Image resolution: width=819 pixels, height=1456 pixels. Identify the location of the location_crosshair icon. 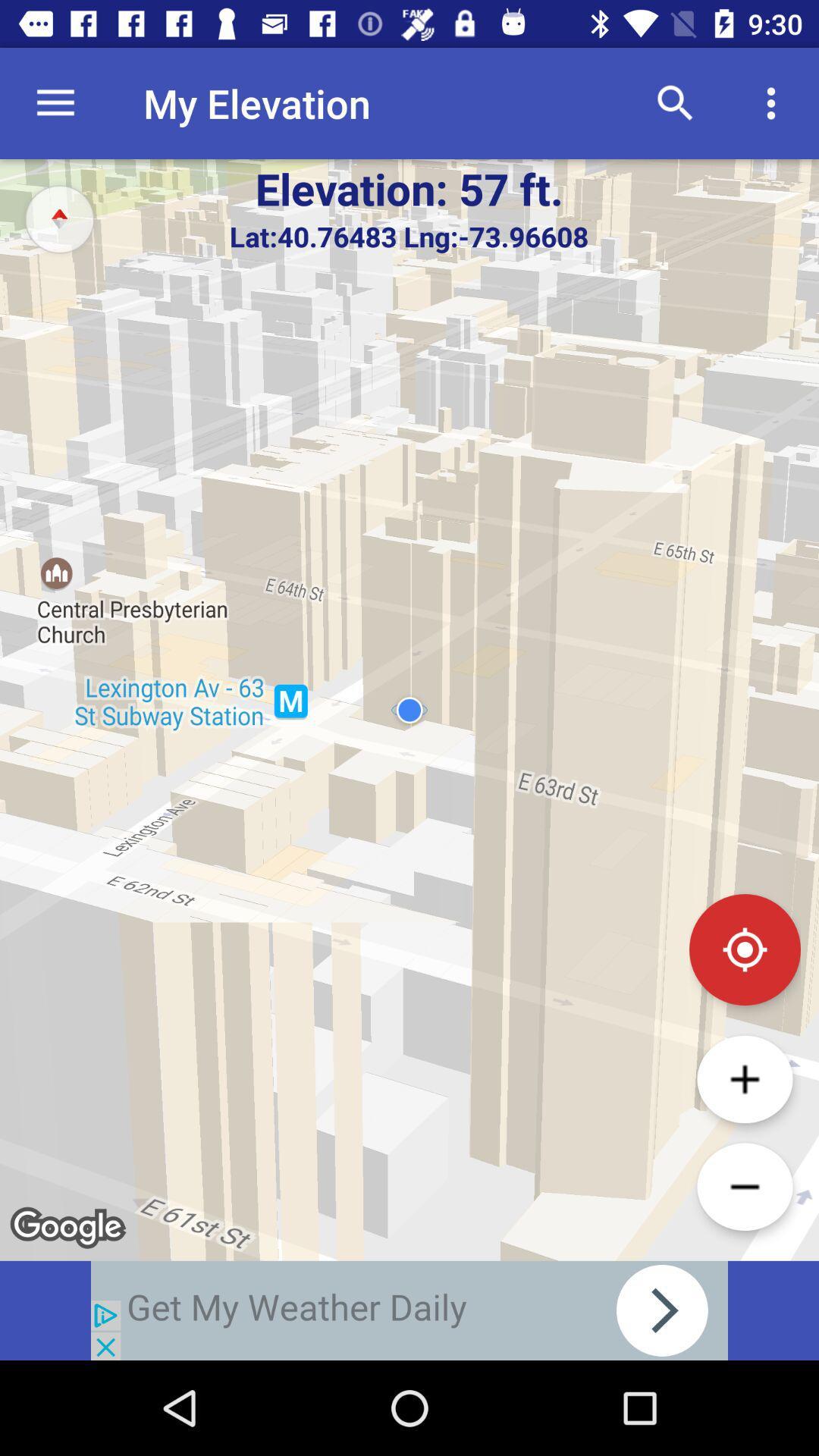
(744, 949).